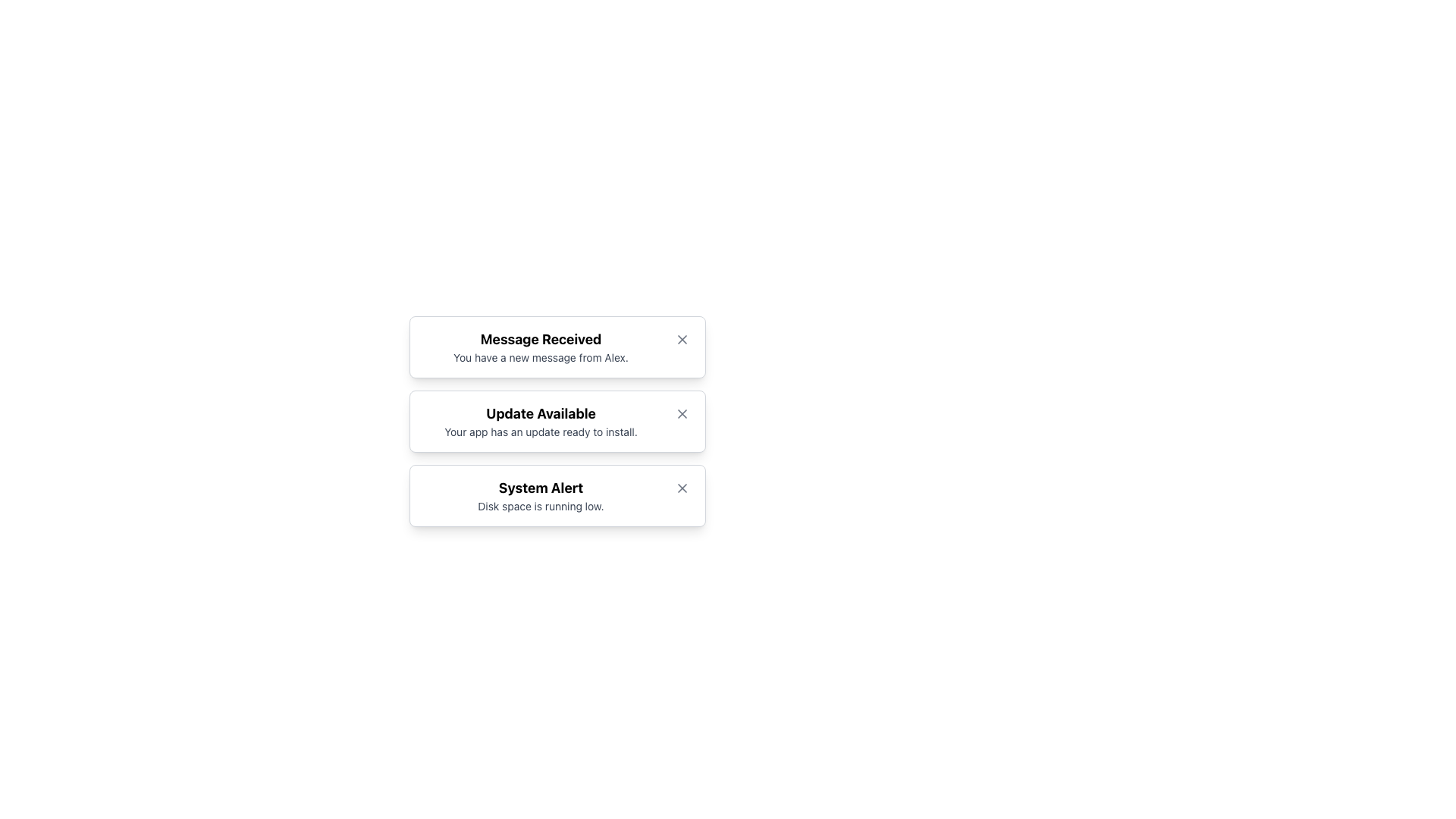 This screenshot has height=819, width=1456. I want to click on the close button for the 'Update Available' notification, which is the middle button among three vertically stacked buttons, located at the top-right corner of its notification box, so click(682, 414).